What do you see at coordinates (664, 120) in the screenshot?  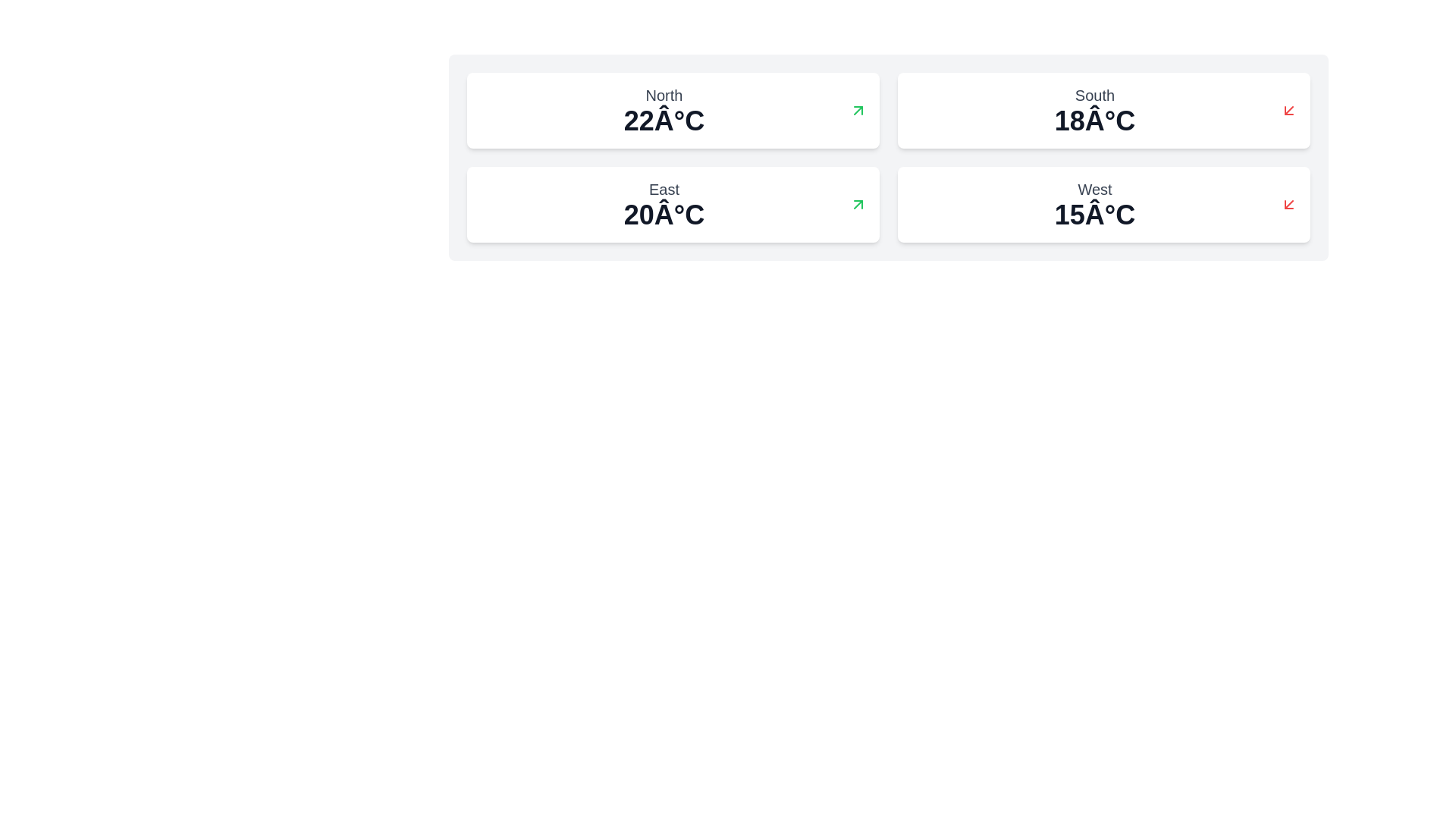 I see `the Text Display element that shows '22°C', which is positioned below the label 'North' in a card layout` at bounding box center [664, 120].